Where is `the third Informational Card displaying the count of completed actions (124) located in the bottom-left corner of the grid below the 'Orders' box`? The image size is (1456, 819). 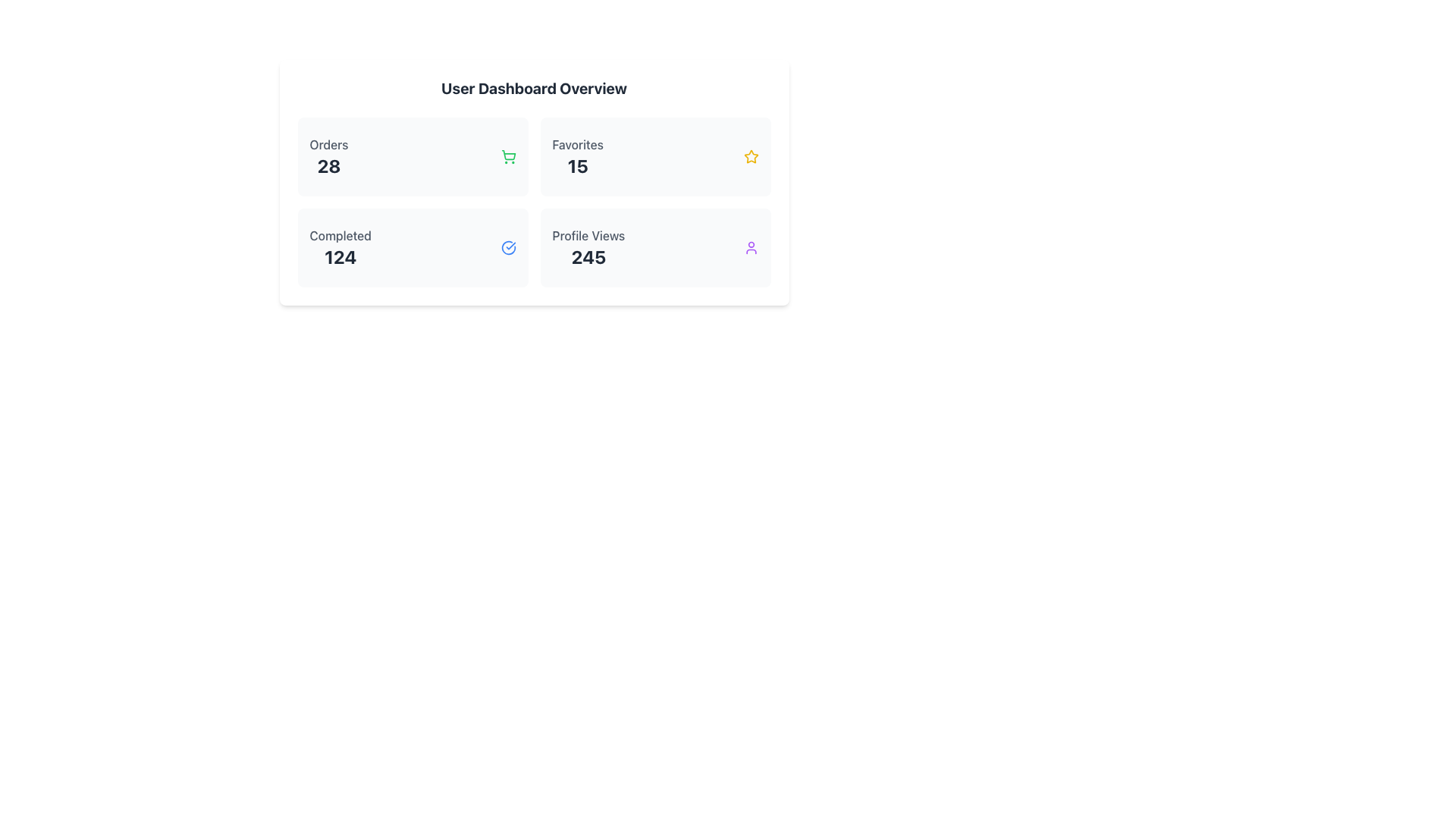
the third Informational Card displaying the count of completed actions (124) located in the bottom-left corner of the grid below the 'Orders' box is located at coordinates (413, 247).